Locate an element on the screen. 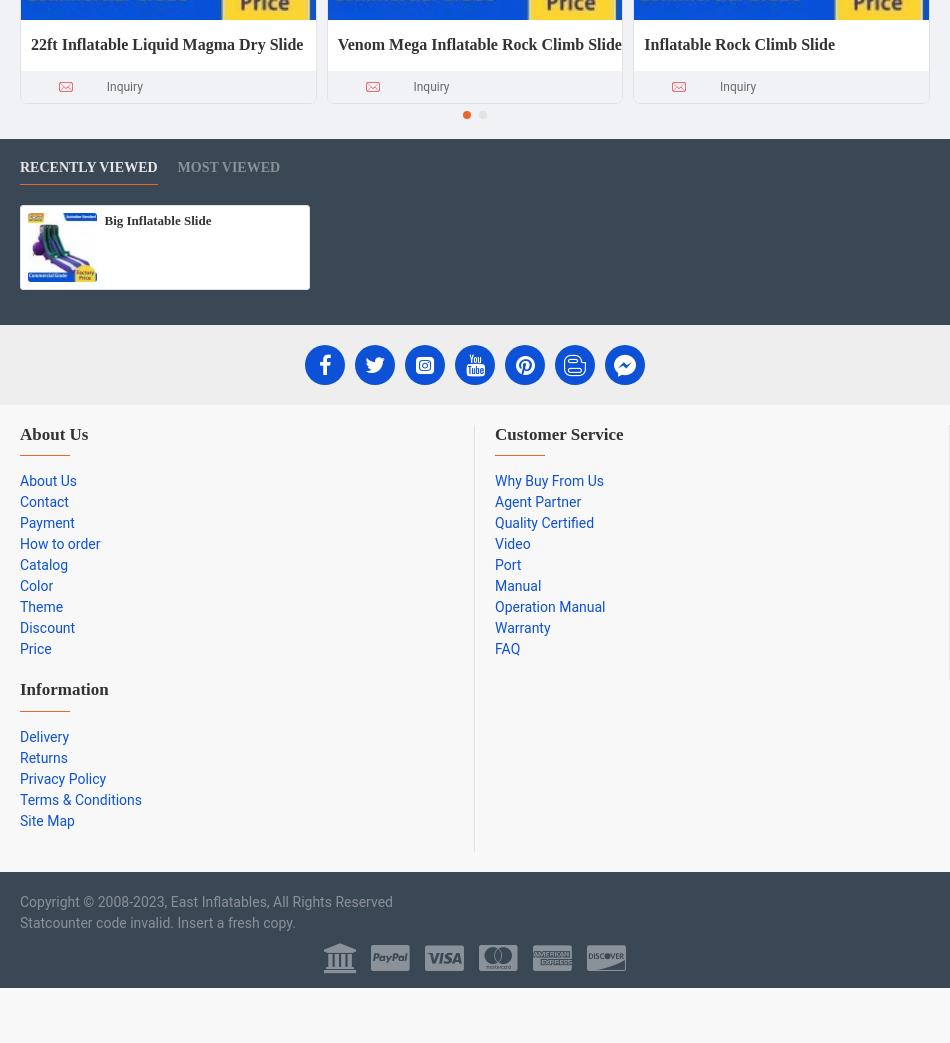  'Price' is located at coordinates (20, 647).